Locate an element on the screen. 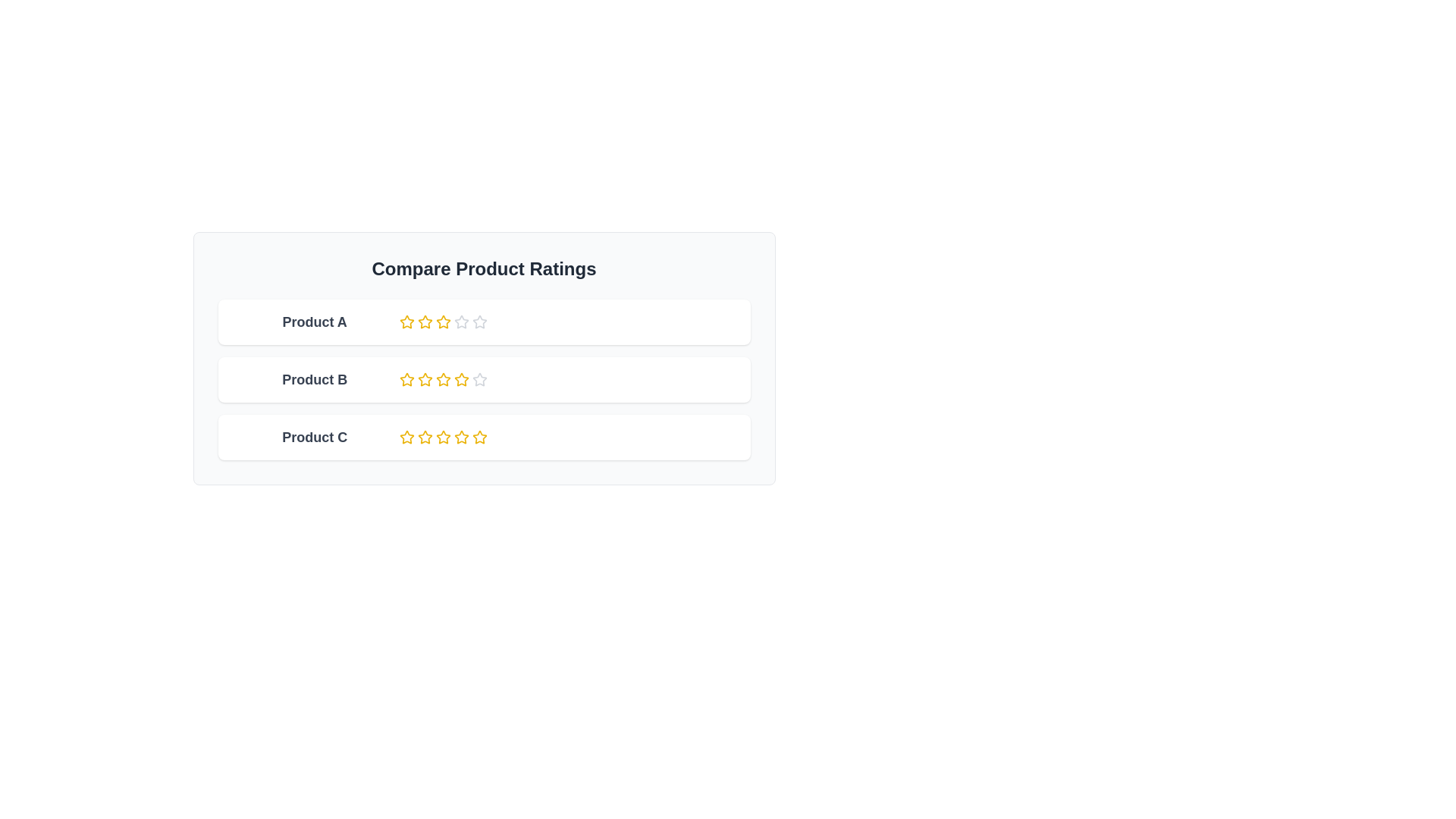 Image resolution: width=1456 pixels, height=819 pixels. the fourth star icon in the horizontal sequence of five rating stars for 'Product A' in the 'Compare Product Ratings' section to interact with the rating system is located at coordinates (479, 321).